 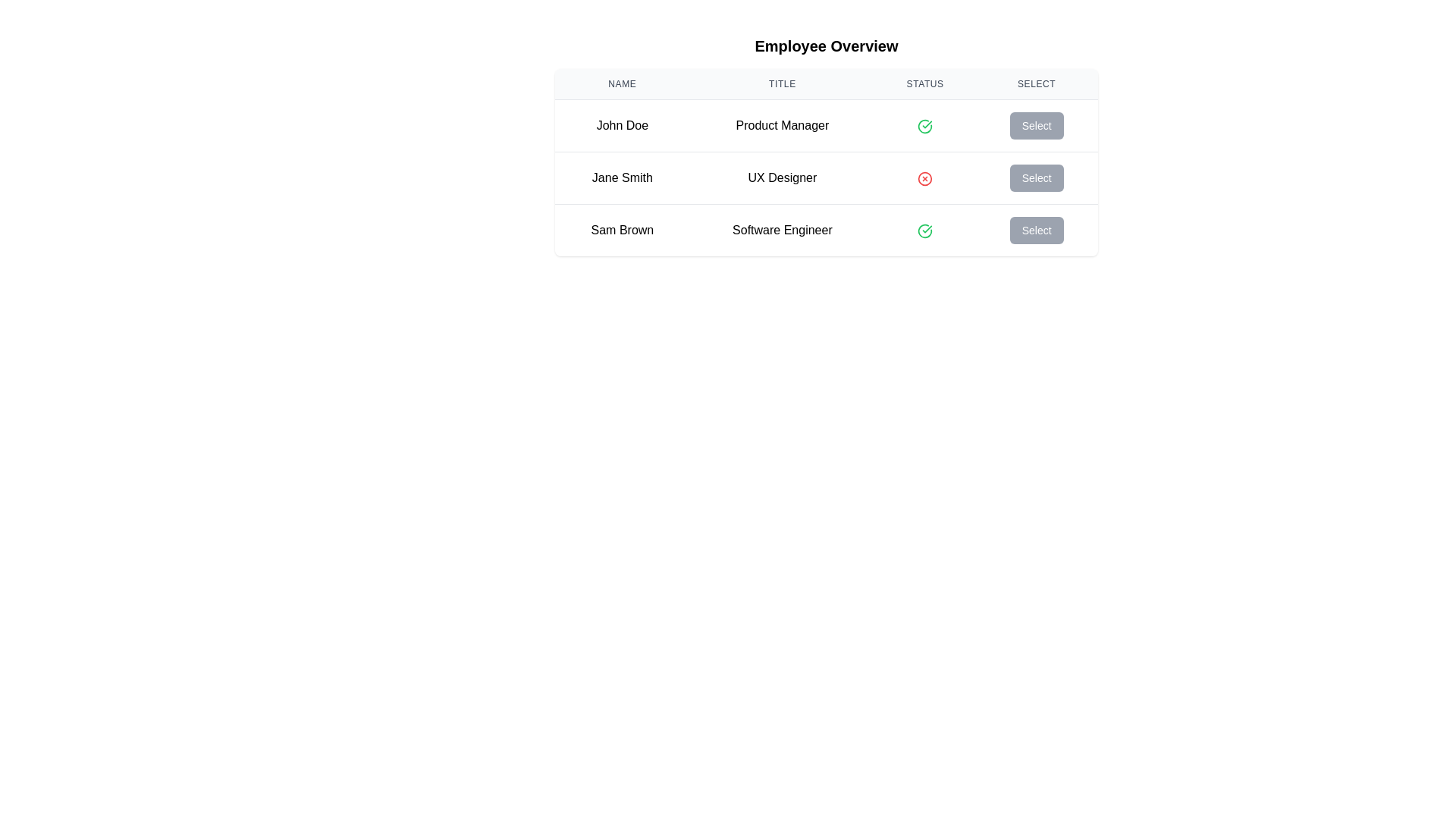 I want to click on the text label that provides the name of an individual, located as the third entry under the 'NAME' column in the table, so click(x=622, y=230).